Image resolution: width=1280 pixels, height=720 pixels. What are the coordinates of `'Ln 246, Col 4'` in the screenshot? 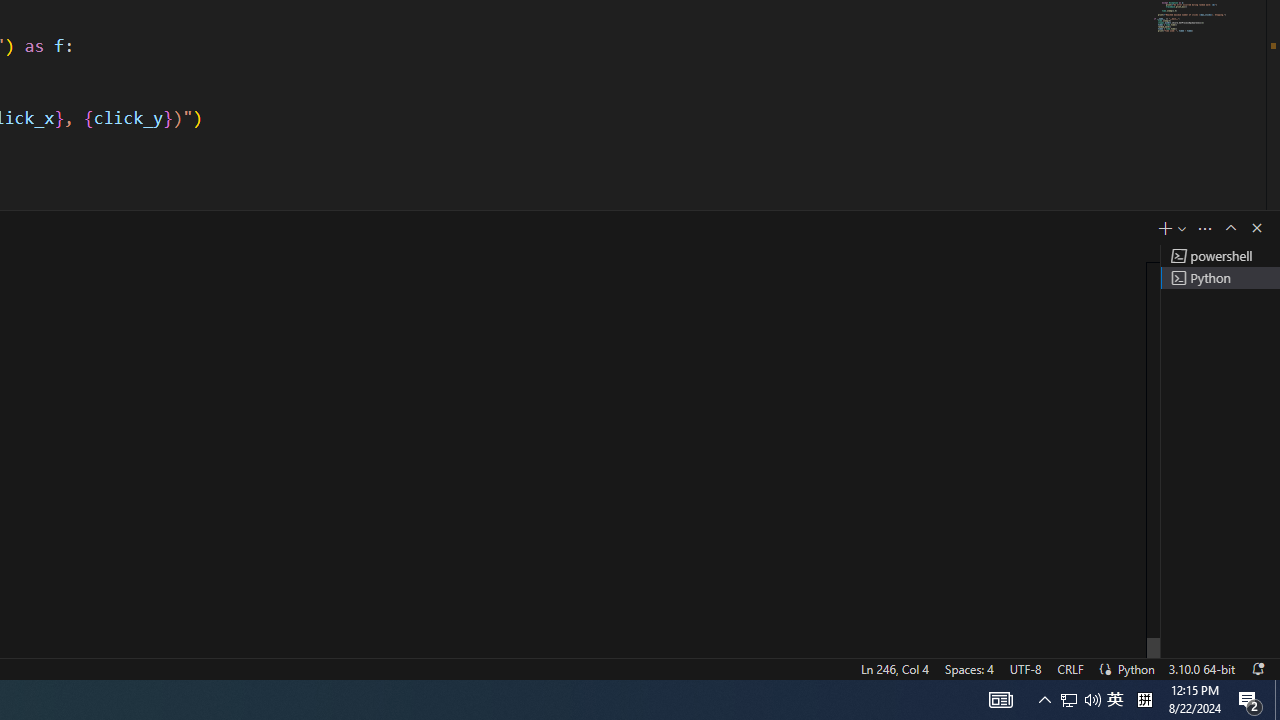 It's located at (893, 668).